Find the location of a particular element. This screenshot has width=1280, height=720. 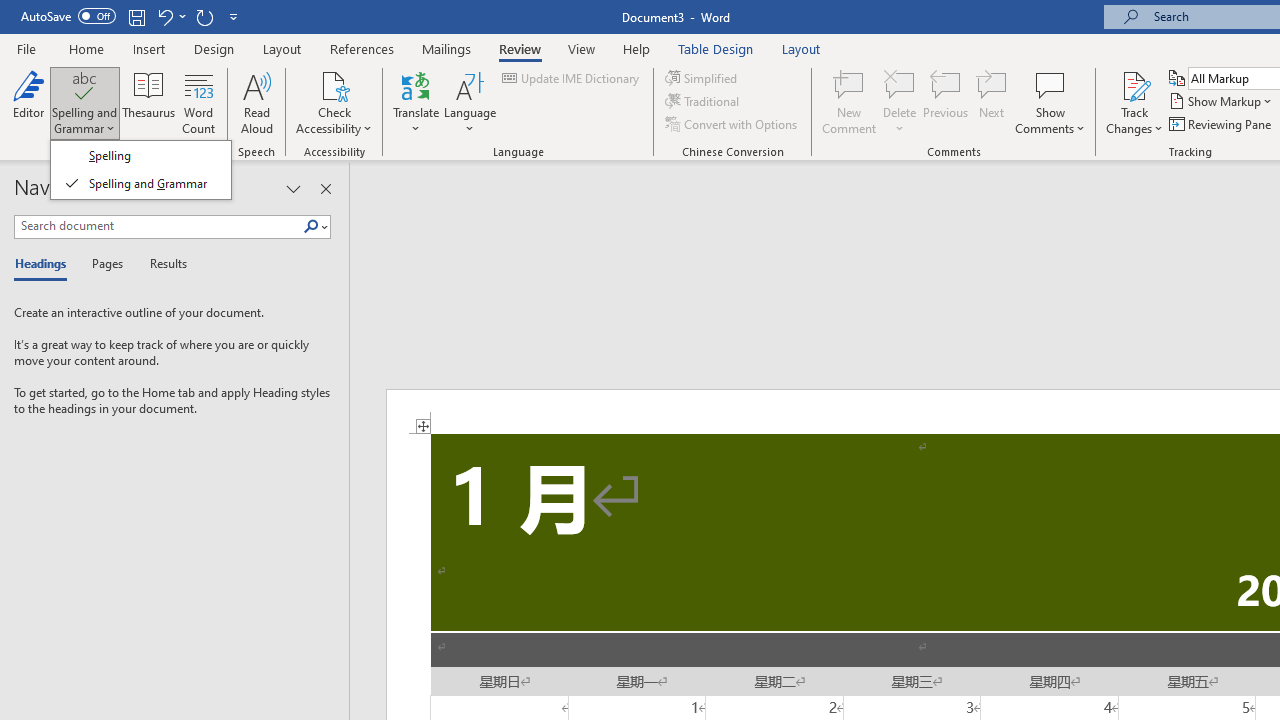

'Convert with Options...' is located at coordinates (731, 124).